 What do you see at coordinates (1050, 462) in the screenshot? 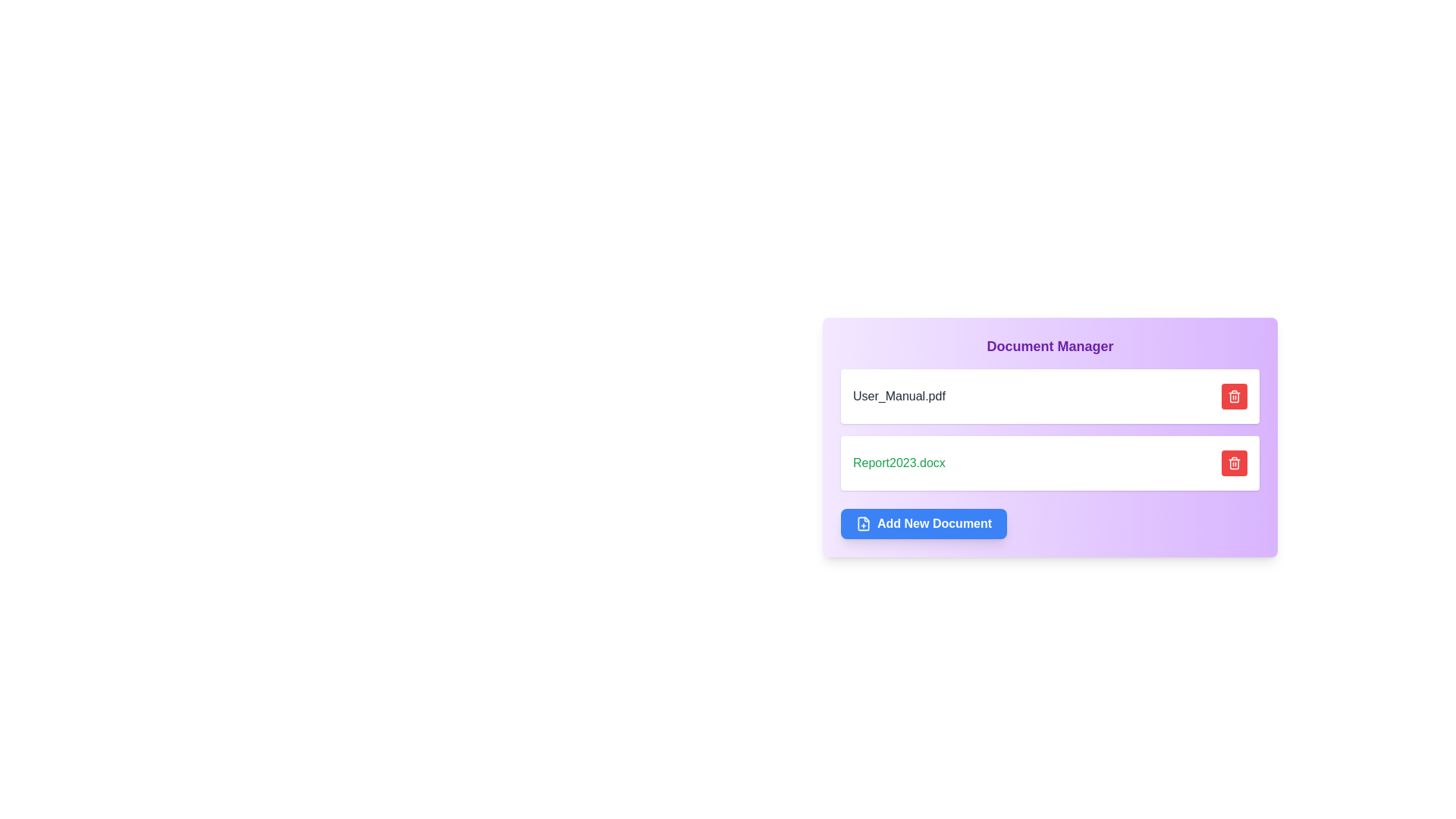
I see `the file name 'Report2023.docx' from the interactive list item` at bounding box center [1050, 462].